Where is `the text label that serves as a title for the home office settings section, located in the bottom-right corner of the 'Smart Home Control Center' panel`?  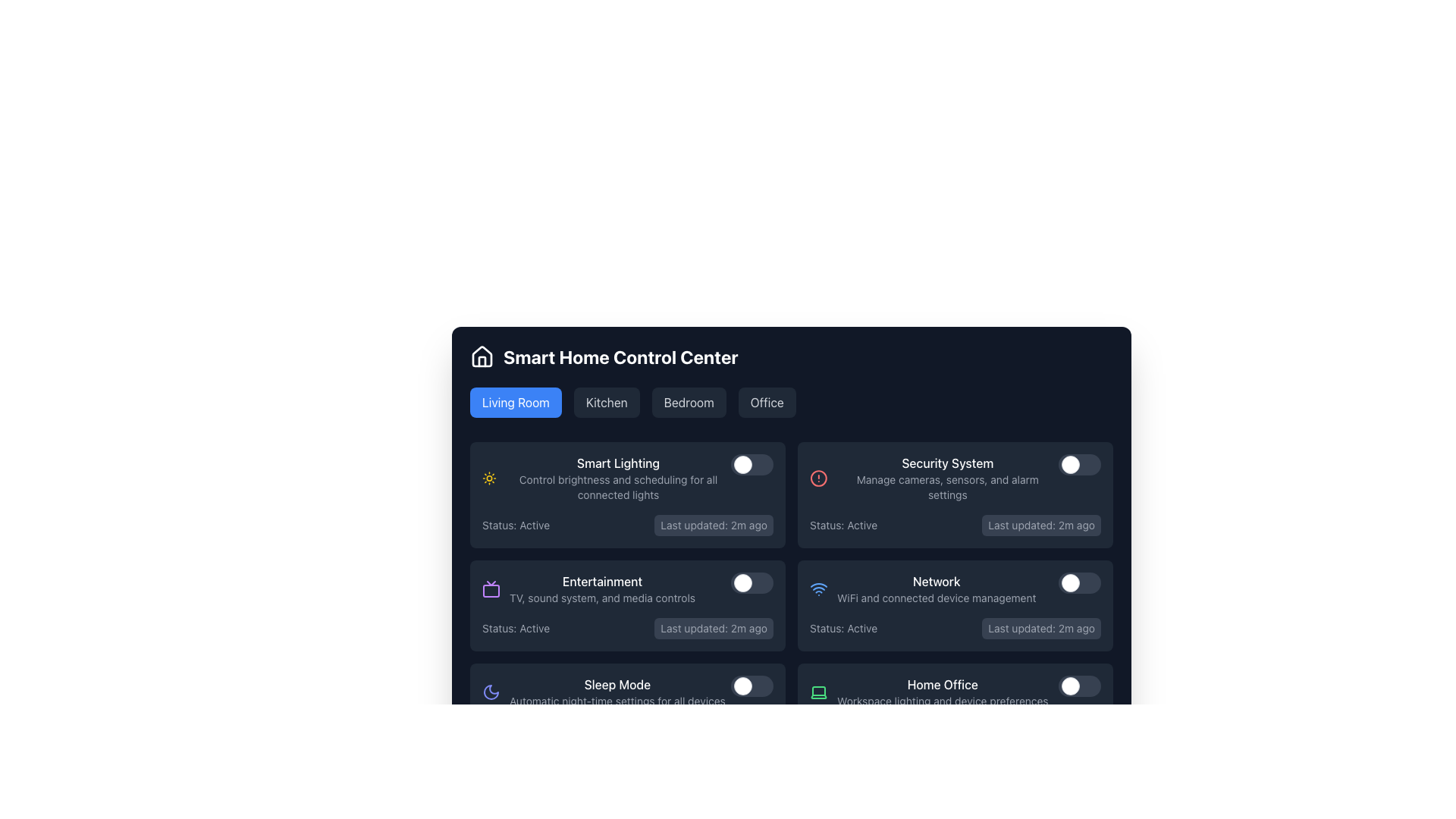
the text label that serves as a title for the home office settings section, located in the bottom-right corner of the 'Smart Home Control Center' panel is located at coordinates (942, 684).